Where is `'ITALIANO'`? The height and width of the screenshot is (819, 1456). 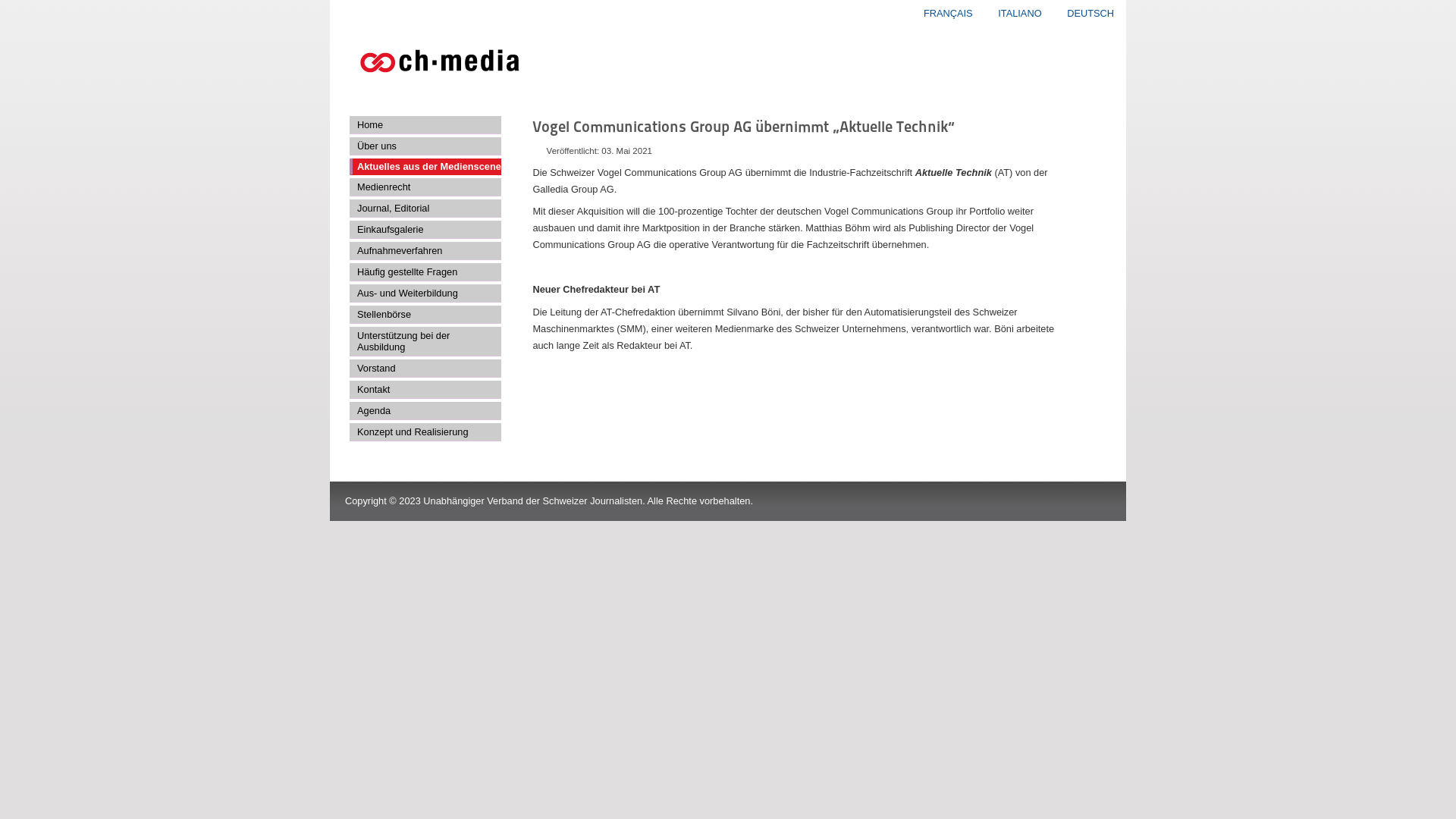 'ITALIANO' is located at coordinates (1021, 13).